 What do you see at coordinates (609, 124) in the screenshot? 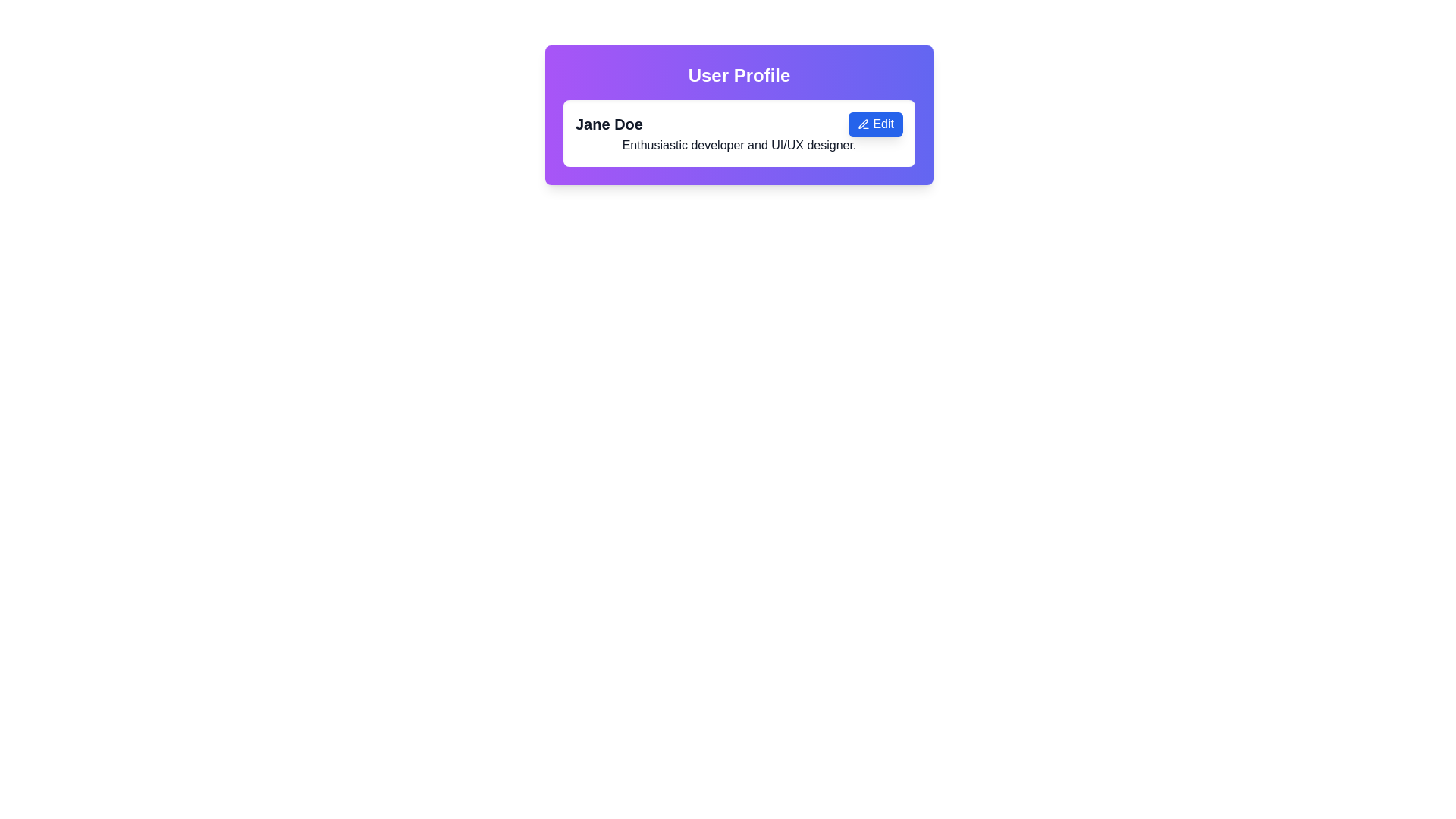
I see `the Text label displaying 'Jane Doe' in bold and large font, which is positioned at the top-left section of the user profile card` at bounding box center [609, 124].